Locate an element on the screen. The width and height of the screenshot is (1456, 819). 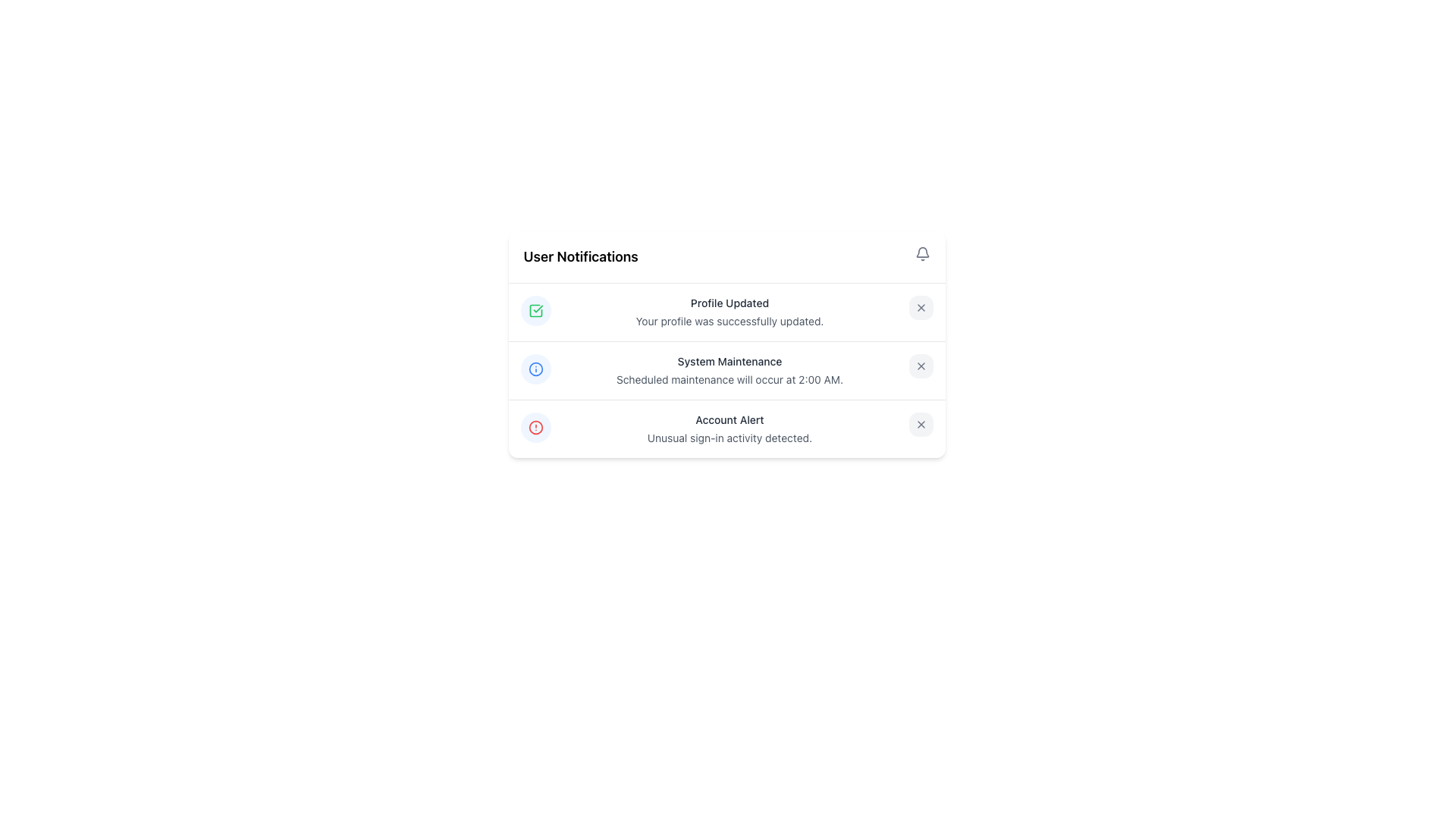
informational text block that indicates 'Profile Updated' and 'Your profile was successfully updated.' is located at coordinates (730, 312).